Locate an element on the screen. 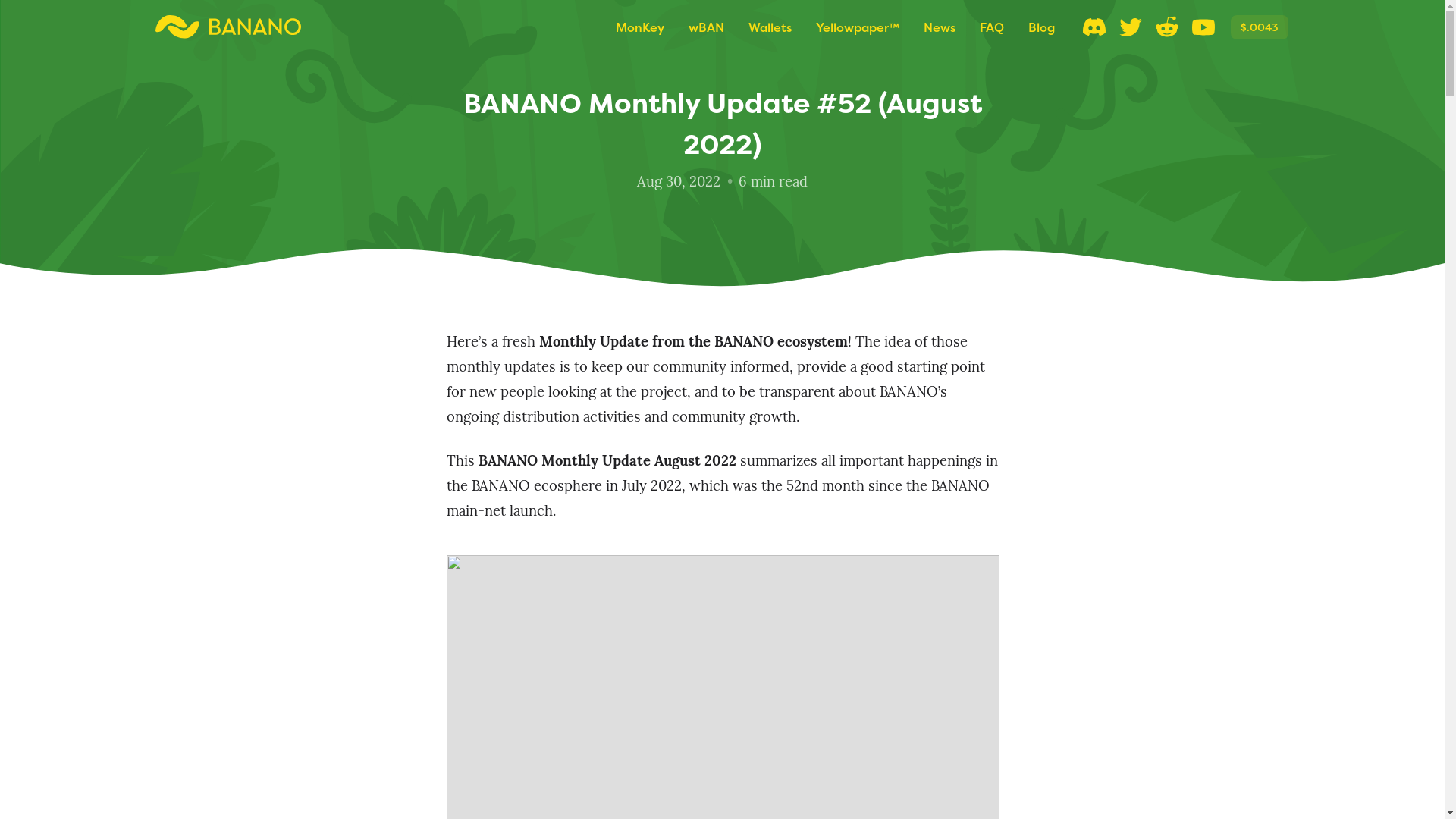 This screenshot has width=1456, height=819. '$.0043' is located at coordinates (1230, 27).